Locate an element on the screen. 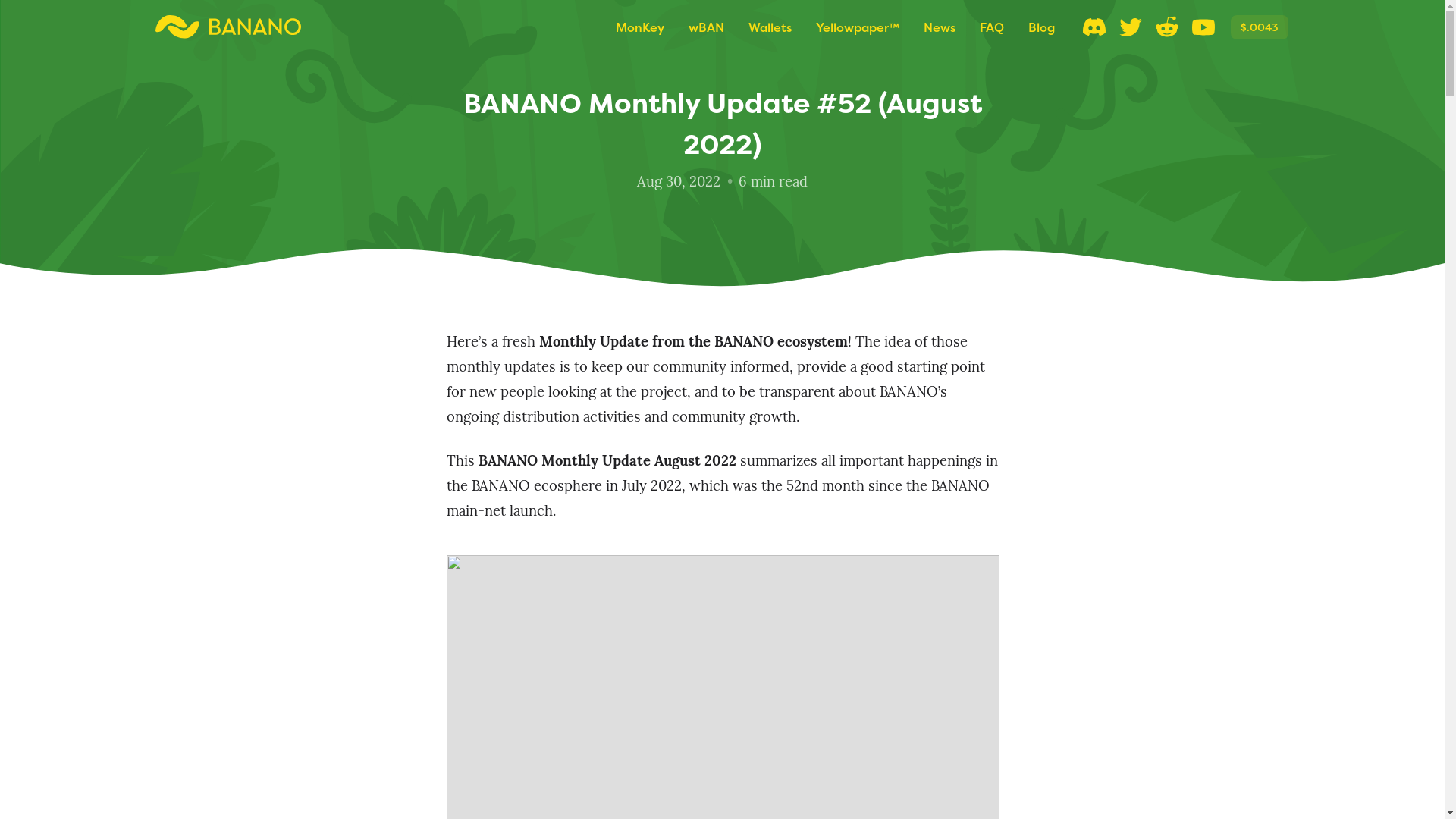 This screenshot has width=1456, height=819. '$.0043' is located at coordinates (1230, 27).